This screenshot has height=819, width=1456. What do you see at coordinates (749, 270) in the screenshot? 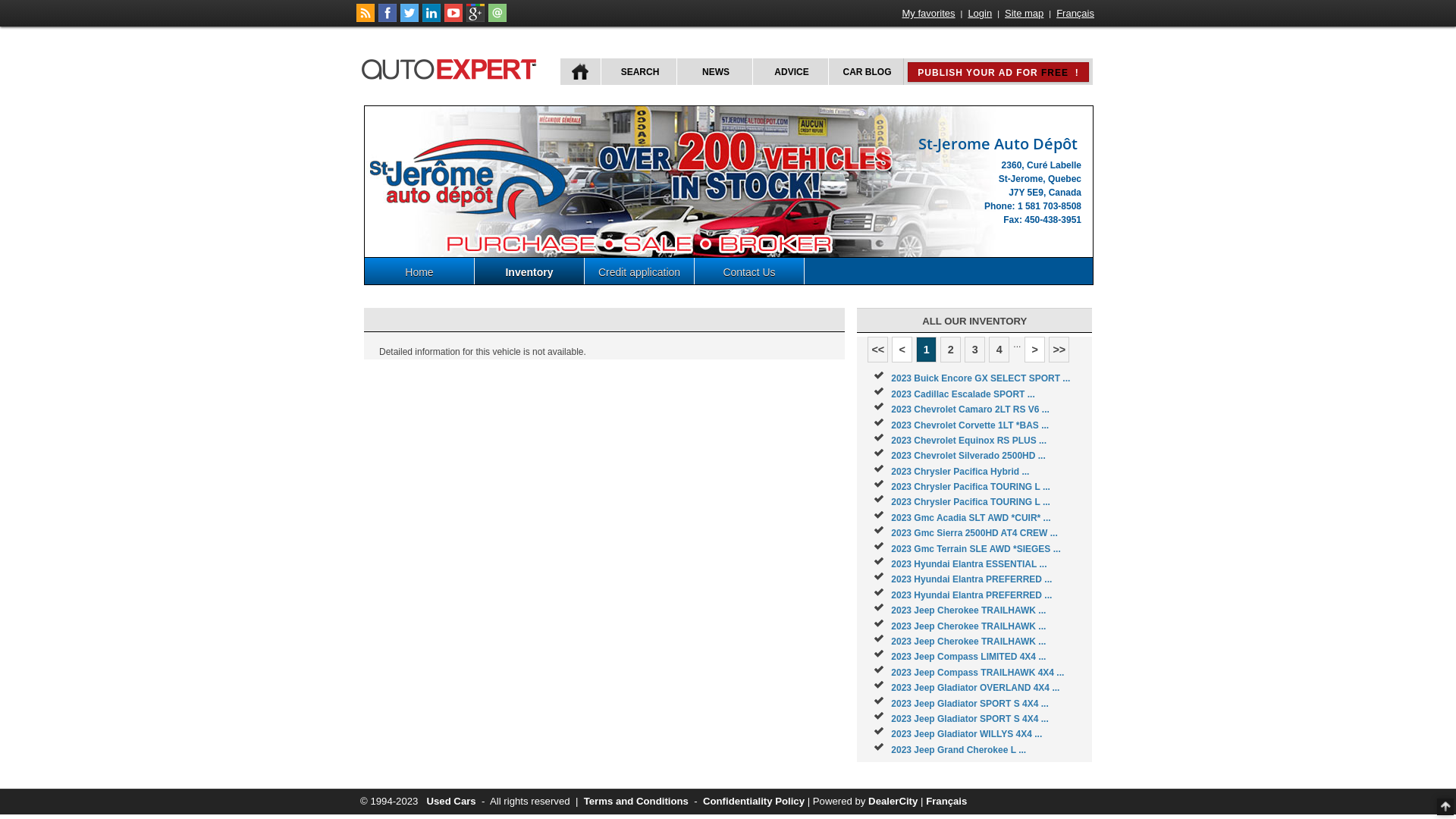
I see `'Contact Us'` at bounding box center [749, 270].